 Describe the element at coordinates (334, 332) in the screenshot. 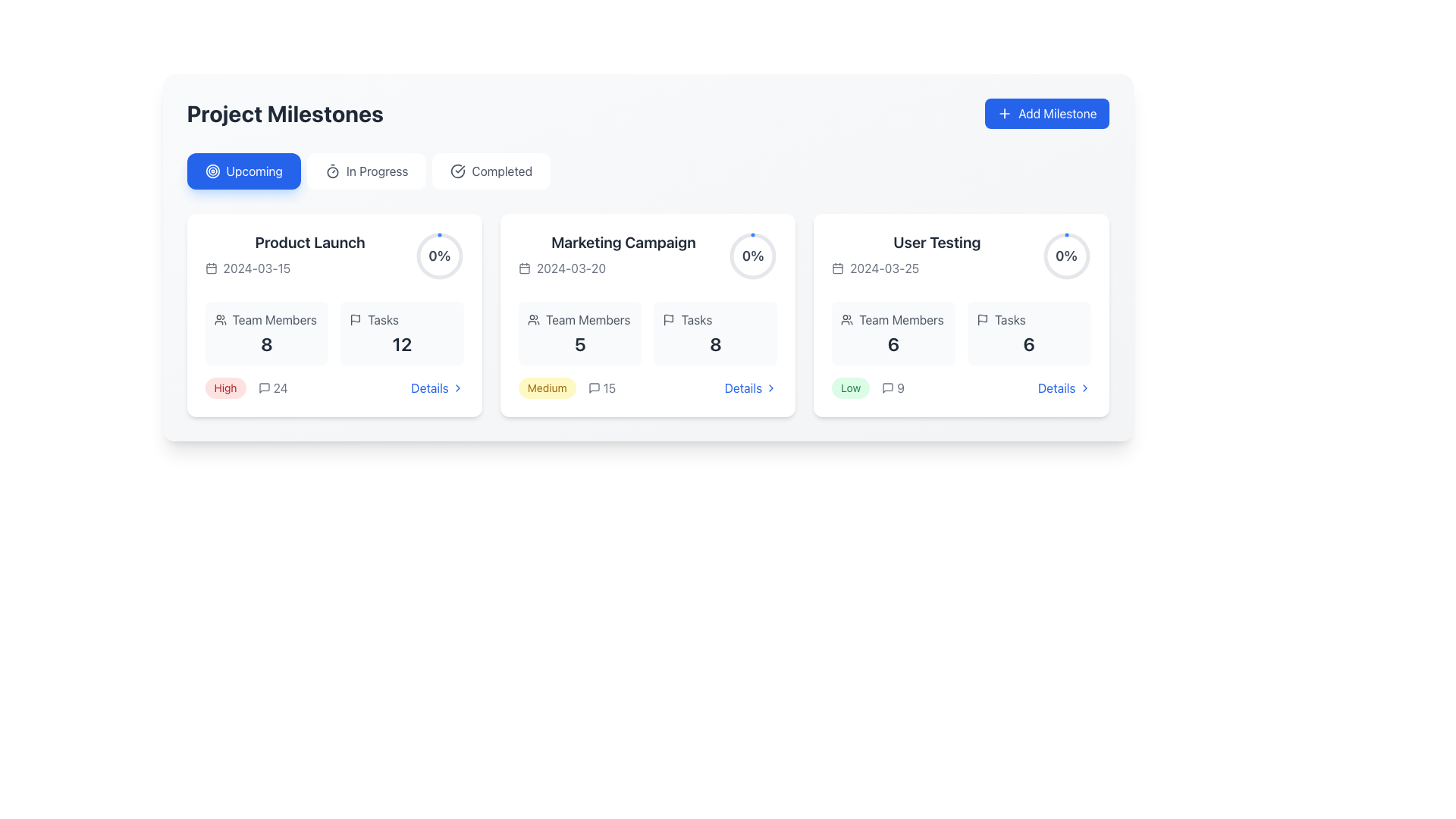

I see `details of the 'Tasks' section within the Grid Layout that summarizes numerical data about team members and tasks associated with the 'Product Launch' card` at that location.